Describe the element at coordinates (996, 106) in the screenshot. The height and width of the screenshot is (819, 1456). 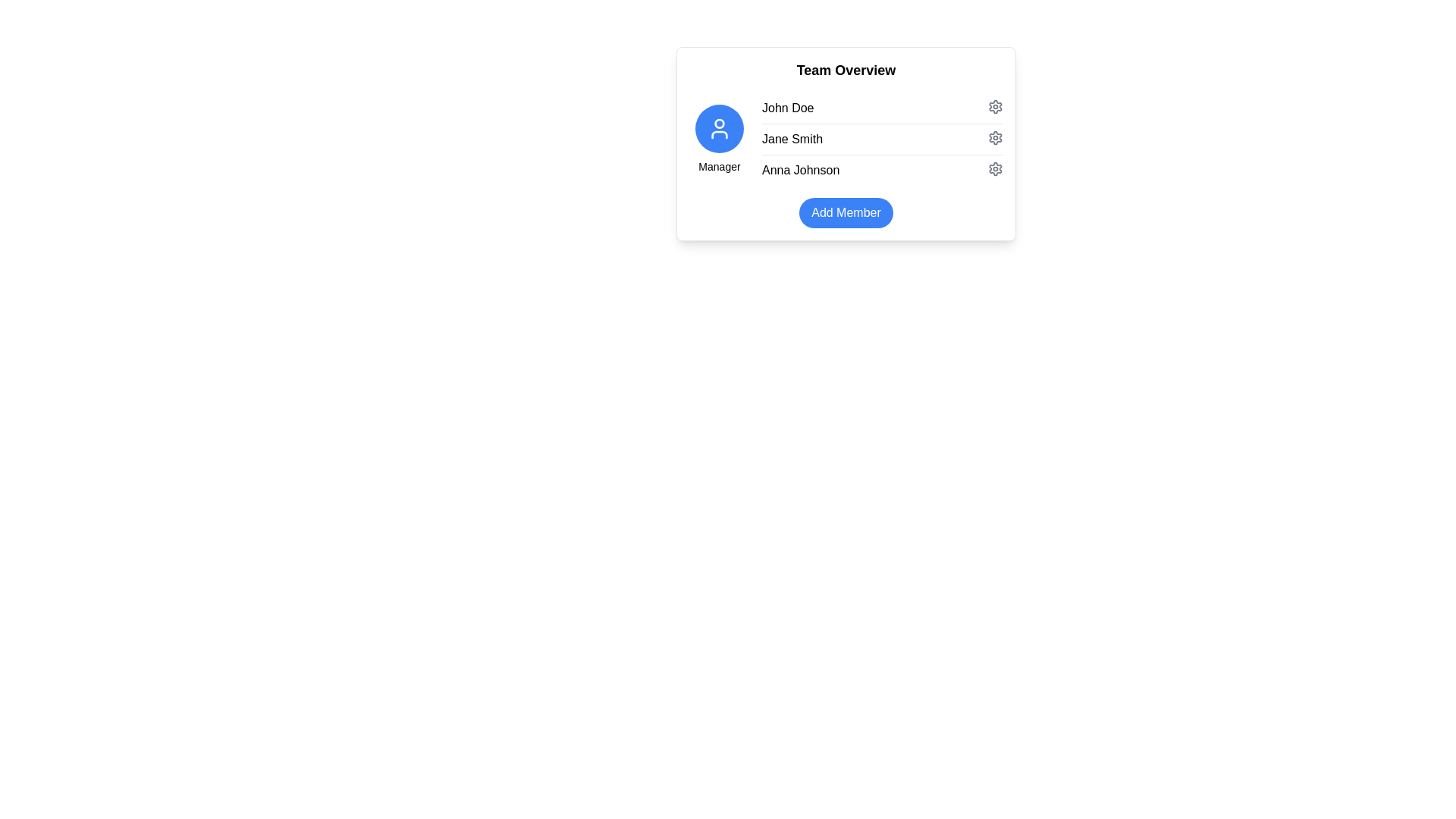
I see `the settings button located in the top-right of the row for user 'John Doe'` at that location.